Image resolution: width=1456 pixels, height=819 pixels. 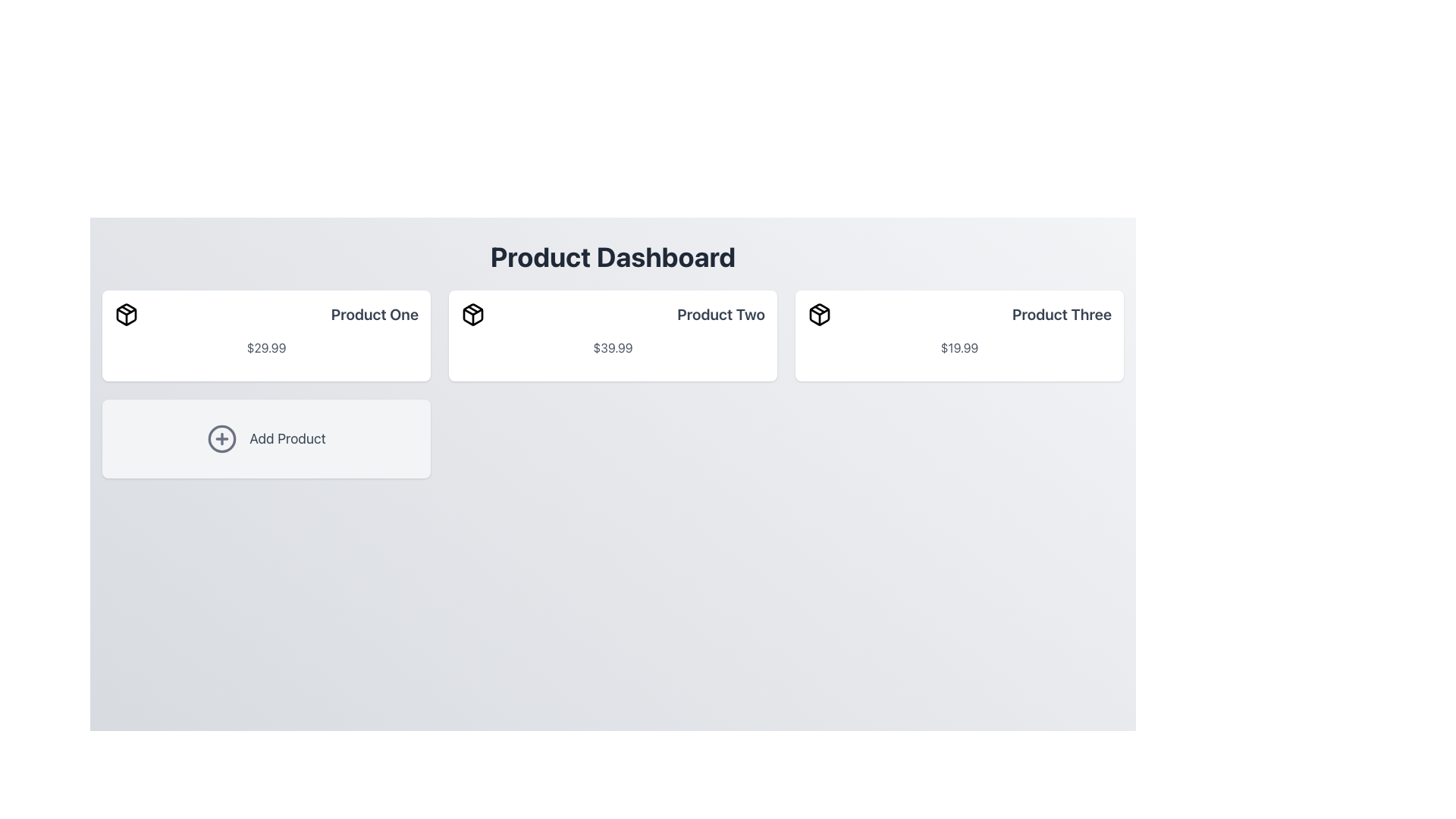 What do you see at coordinates (472, 314) in the screenshot?
I see `the 3D rectangular box icon located in the middle of the interface, above 'Product Two' and below 'Product Dashboard'` at bounding box center [472, 314].